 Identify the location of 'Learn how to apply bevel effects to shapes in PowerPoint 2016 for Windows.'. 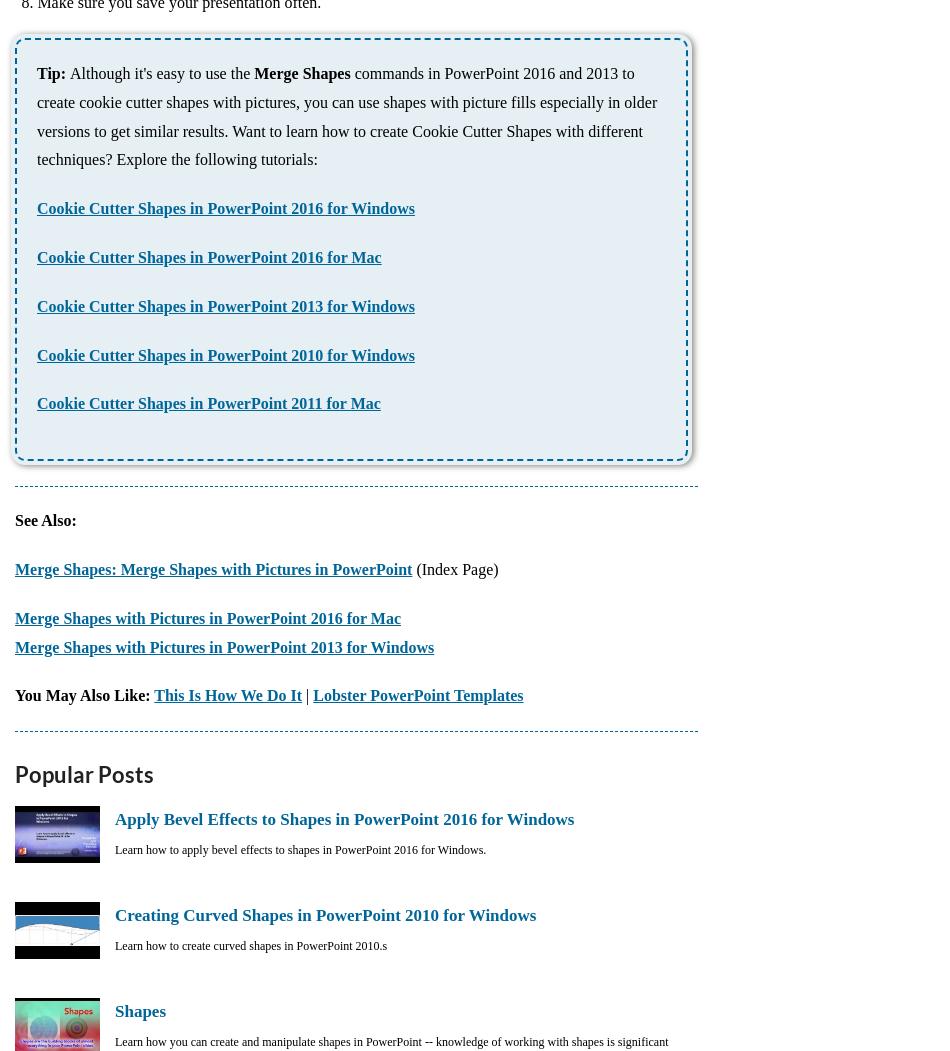
(299, 849).